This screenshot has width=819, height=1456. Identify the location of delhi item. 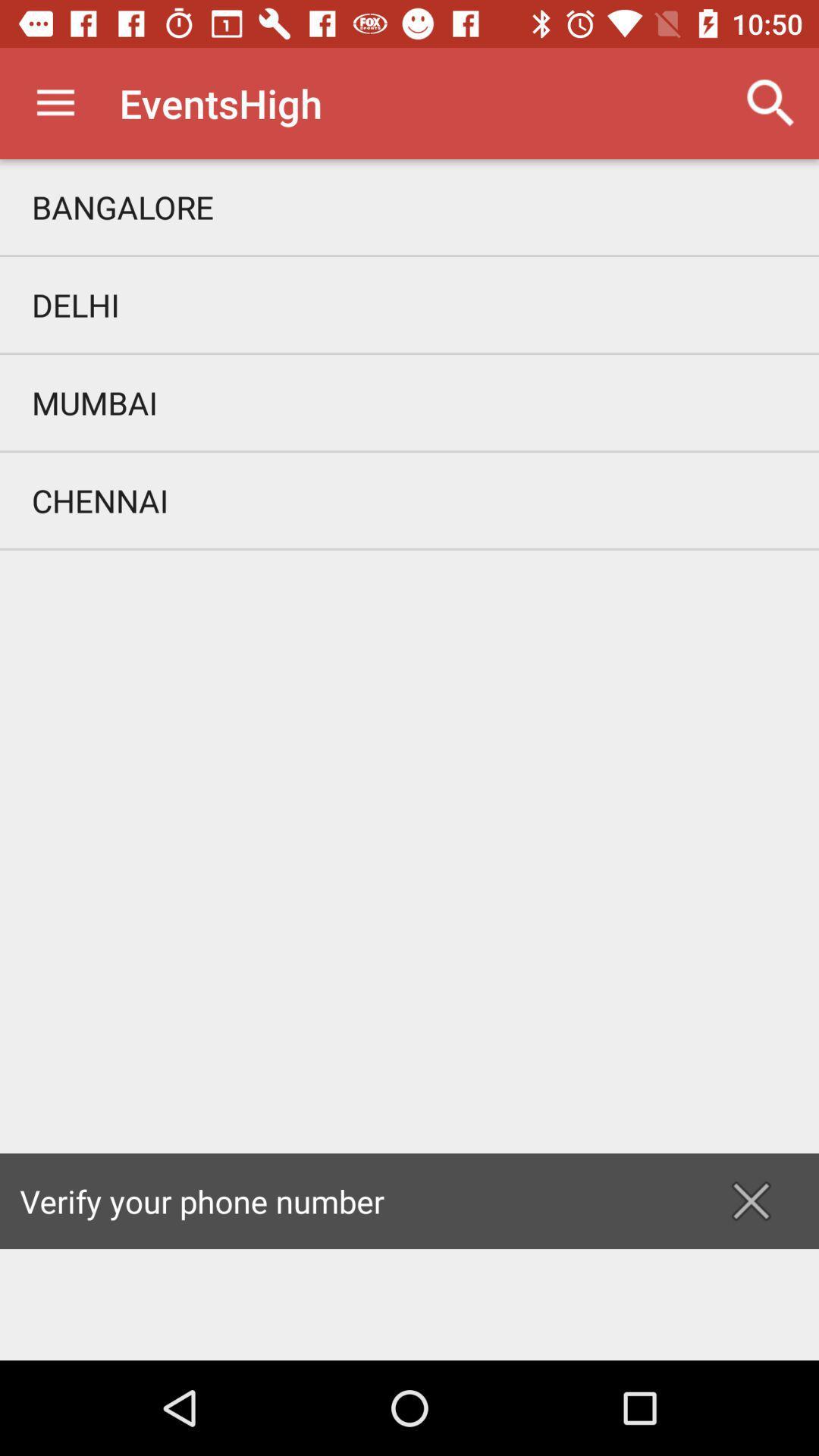
(409, 304).